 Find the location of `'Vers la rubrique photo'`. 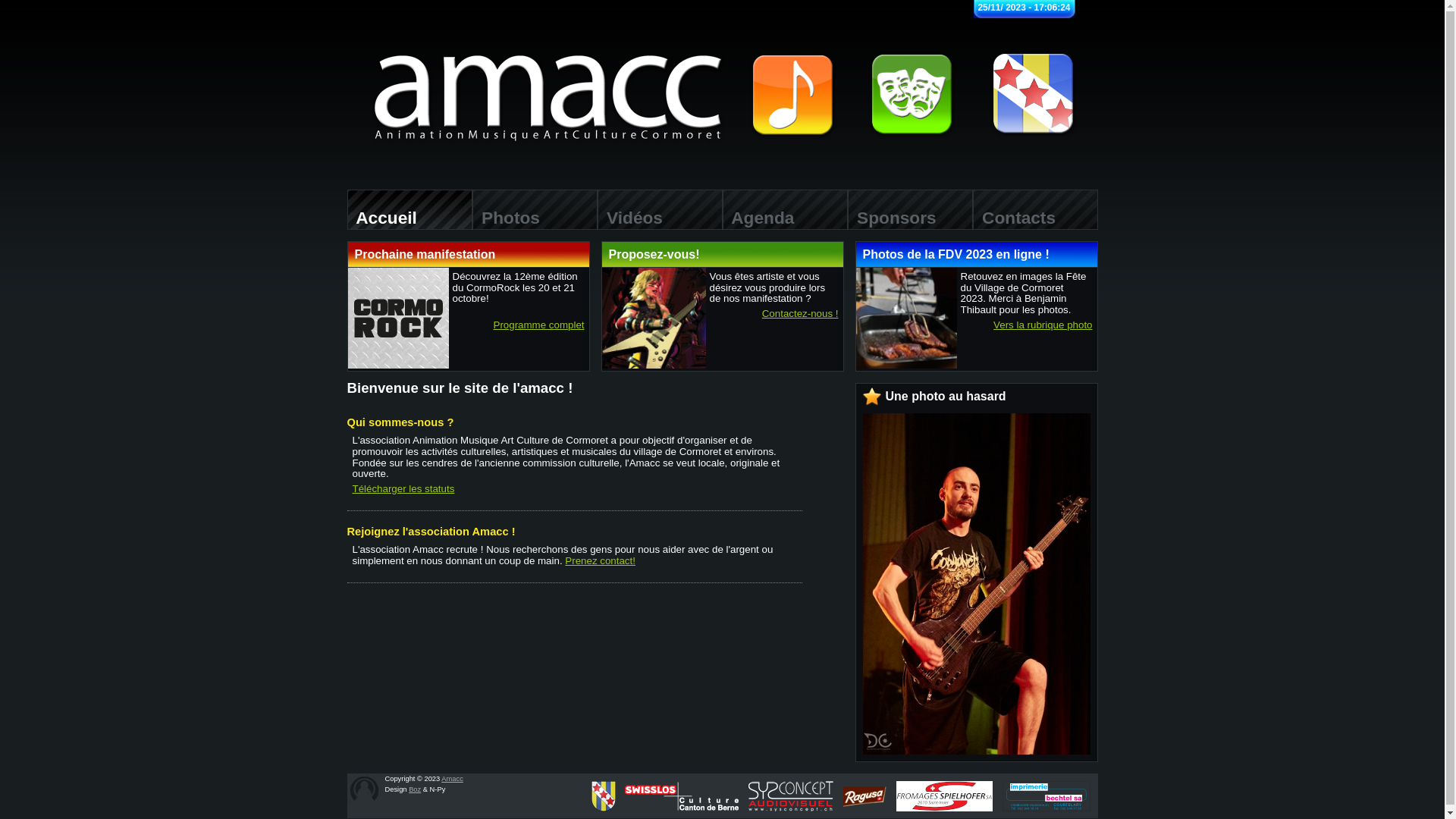

'Vers la rubrique photo' is located at coordinates (1041, 325).